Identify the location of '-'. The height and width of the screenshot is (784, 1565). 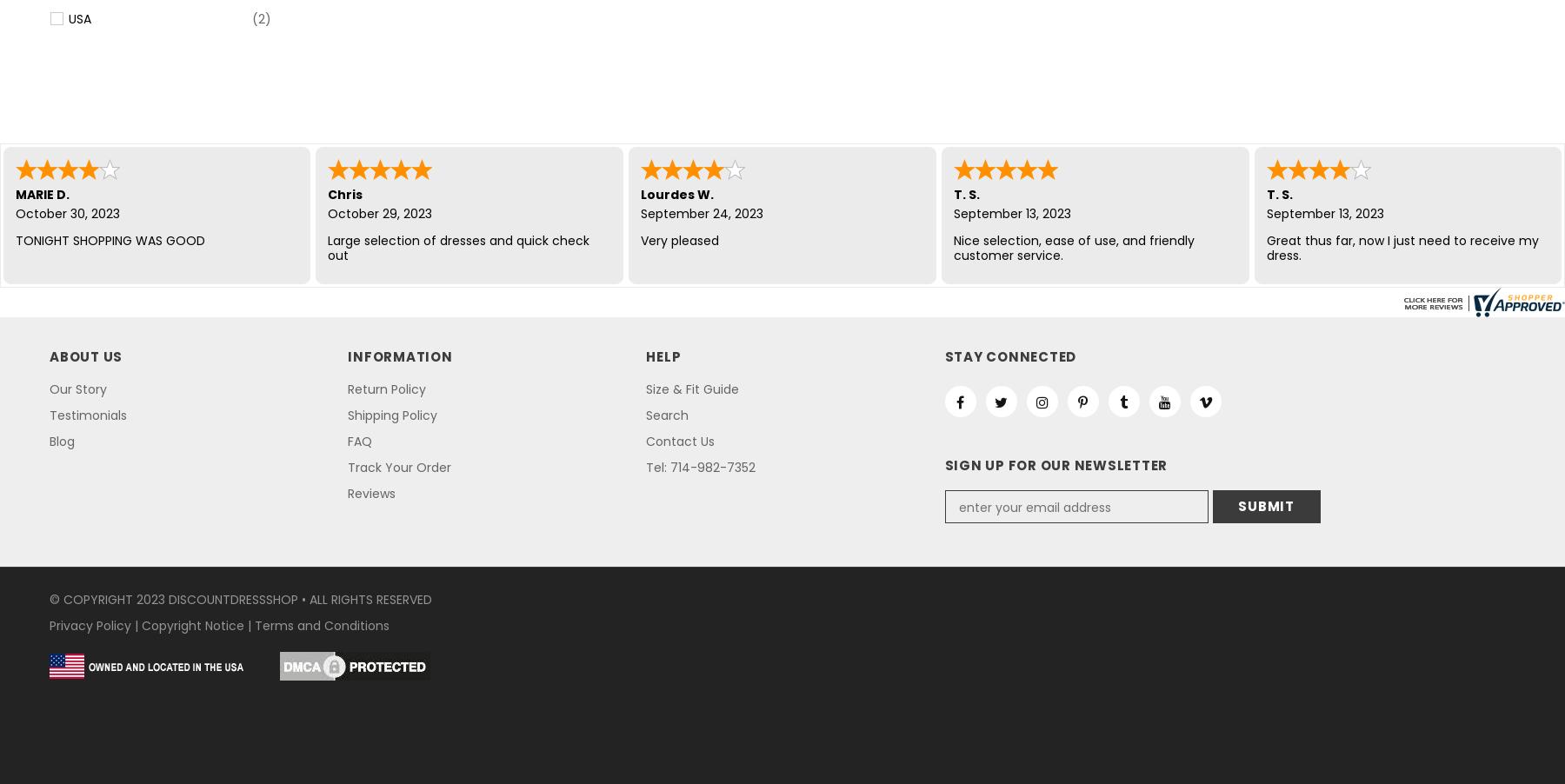
(1341, 193).